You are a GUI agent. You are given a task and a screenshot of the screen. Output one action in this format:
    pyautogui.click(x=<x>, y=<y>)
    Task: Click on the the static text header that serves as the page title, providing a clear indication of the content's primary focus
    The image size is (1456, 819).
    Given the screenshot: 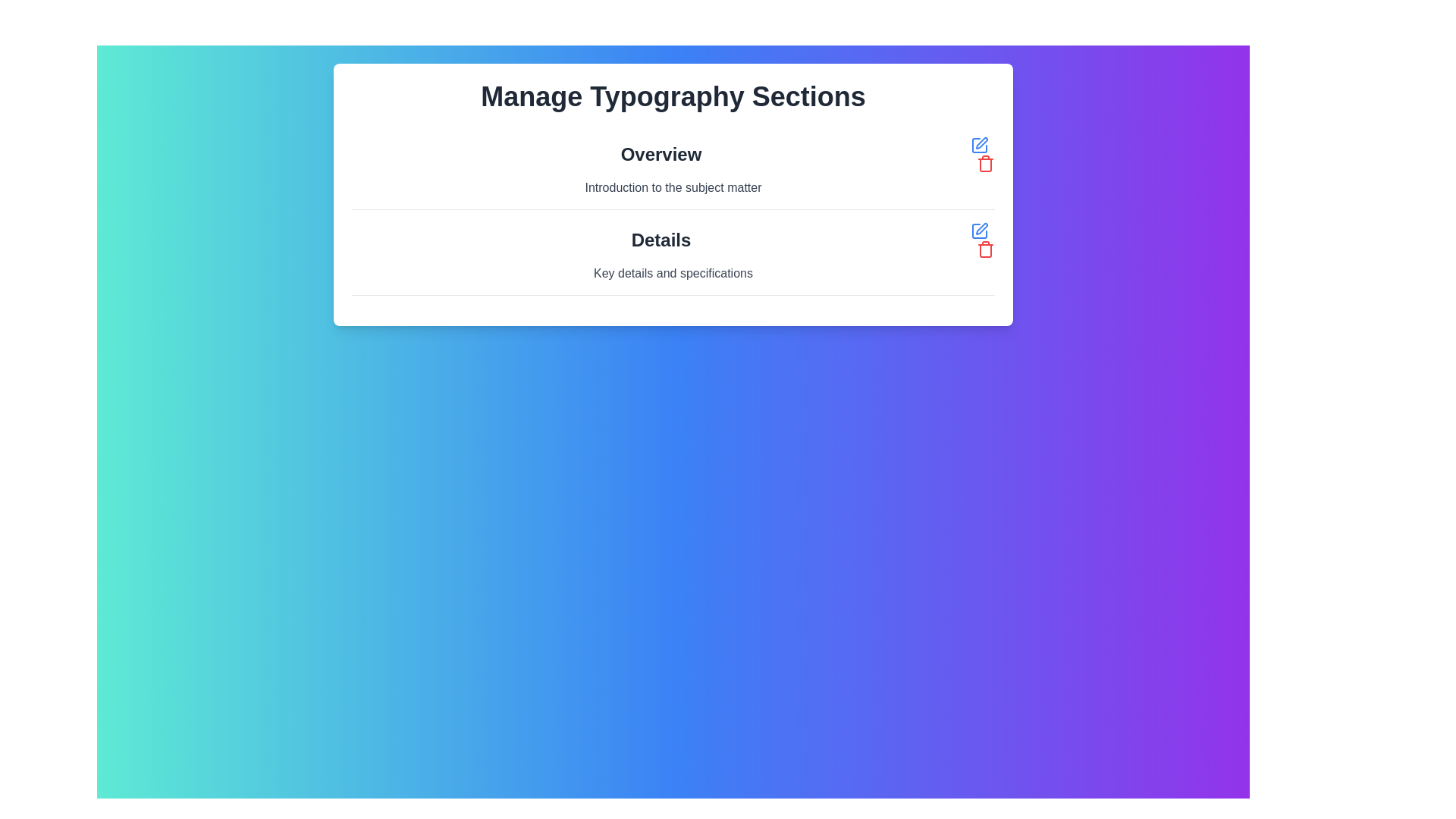 What is the action you would take?
    pyautogui.click(x=673, y=96)
    